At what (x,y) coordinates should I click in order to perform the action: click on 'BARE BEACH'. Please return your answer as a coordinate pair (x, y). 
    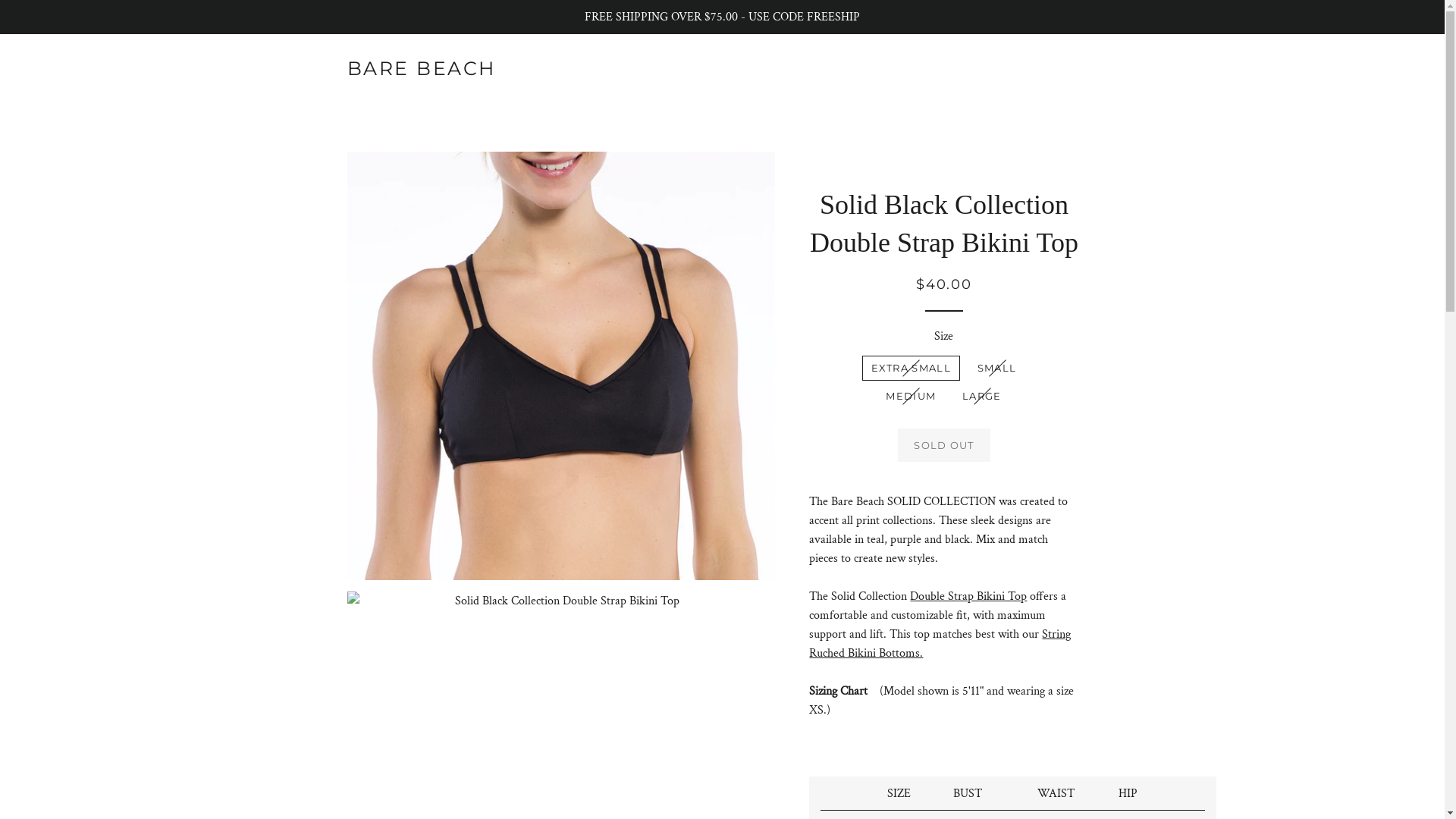
    Looking at the image, I should click on (422, 68).